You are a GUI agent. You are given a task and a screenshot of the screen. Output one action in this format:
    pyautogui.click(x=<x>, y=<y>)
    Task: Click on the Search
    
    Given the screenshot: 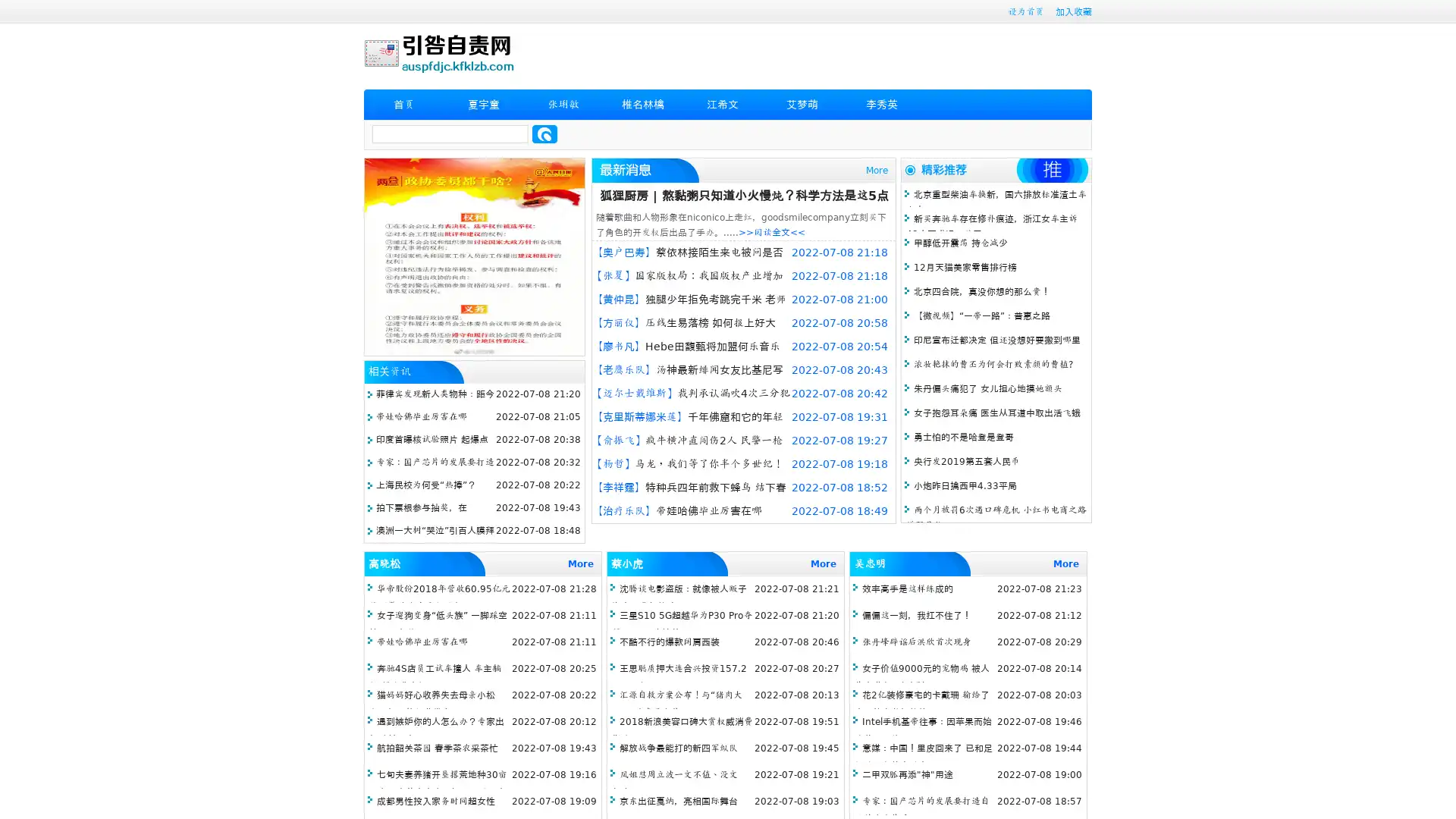 What is the action you would take?
    pyautogui.click(x=544, y=133)
    